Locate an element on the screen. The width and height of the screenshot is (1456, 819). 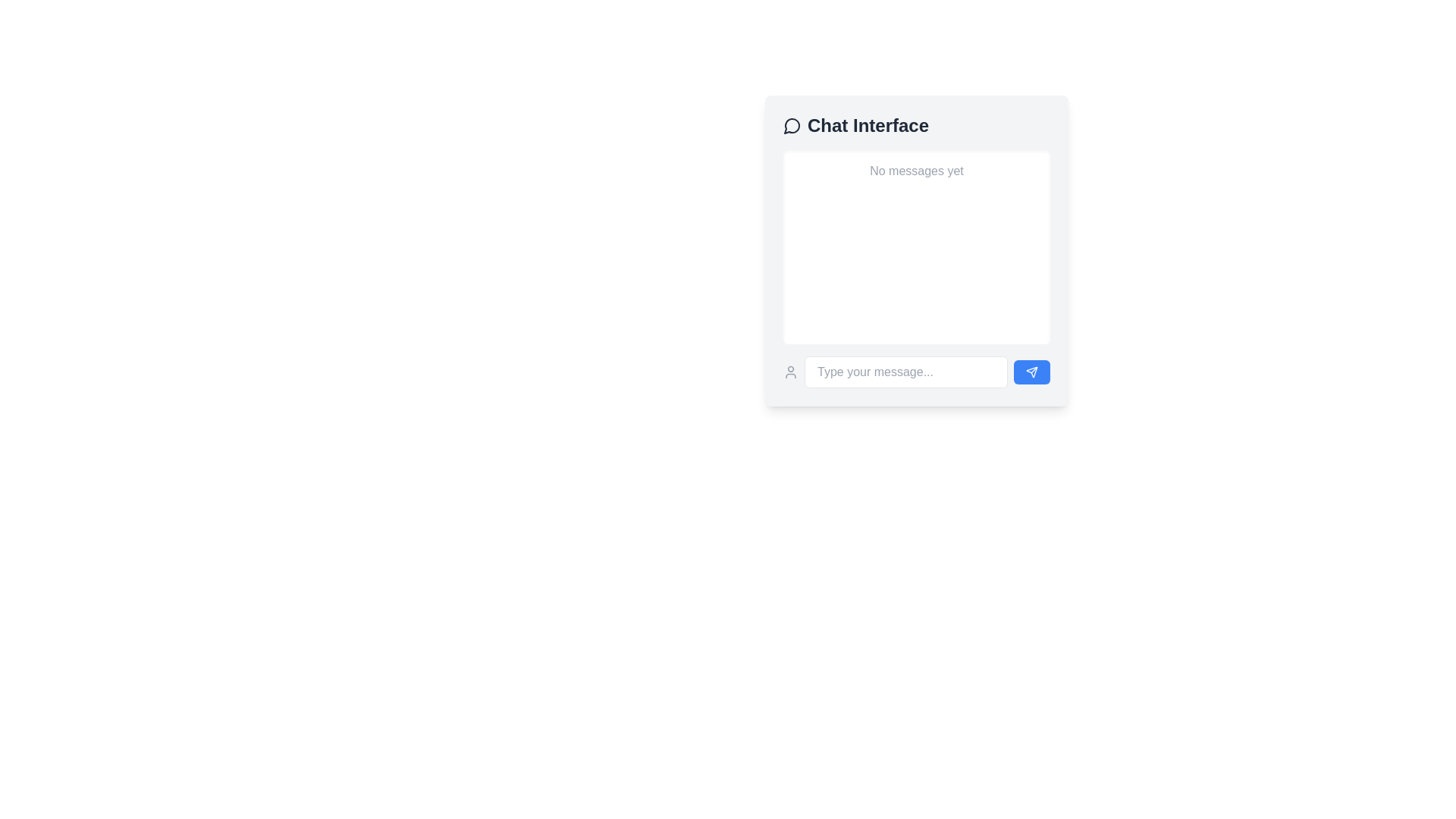
the light gray text label displaying 'No messages yet' in the upper-central region of the chat box is located at coordinates (916, 171).